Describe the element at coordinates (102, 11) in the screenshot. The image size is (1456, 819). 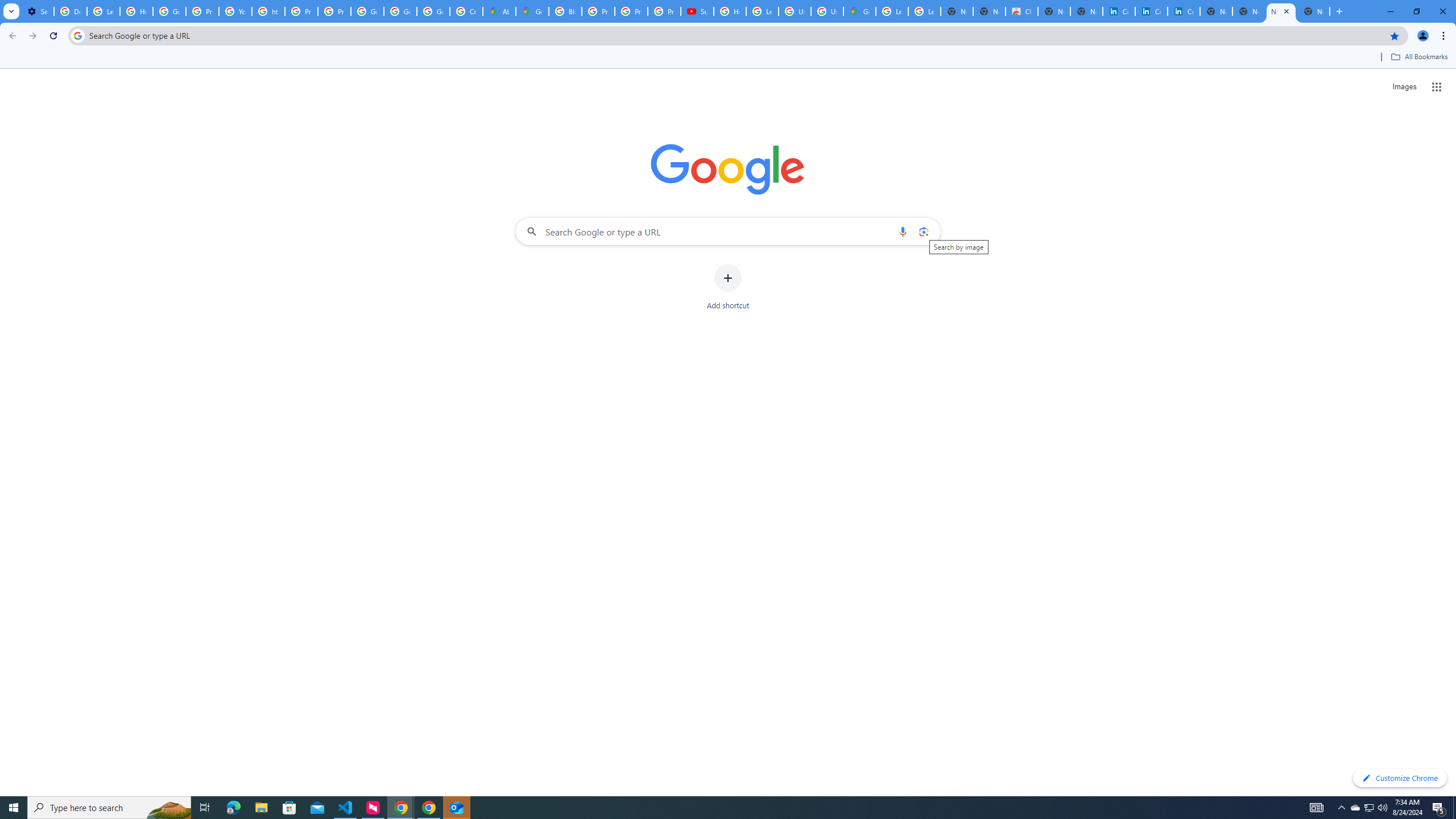
I see `'Learn how to find your photos - Google Photos Help'` at that location.